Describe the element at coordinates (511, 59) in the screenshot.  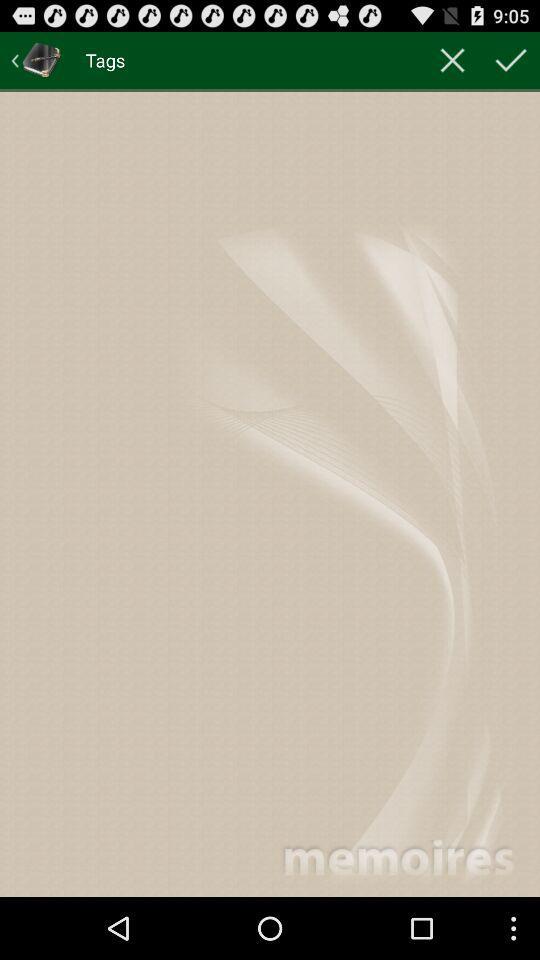
I see `approve` at that location.